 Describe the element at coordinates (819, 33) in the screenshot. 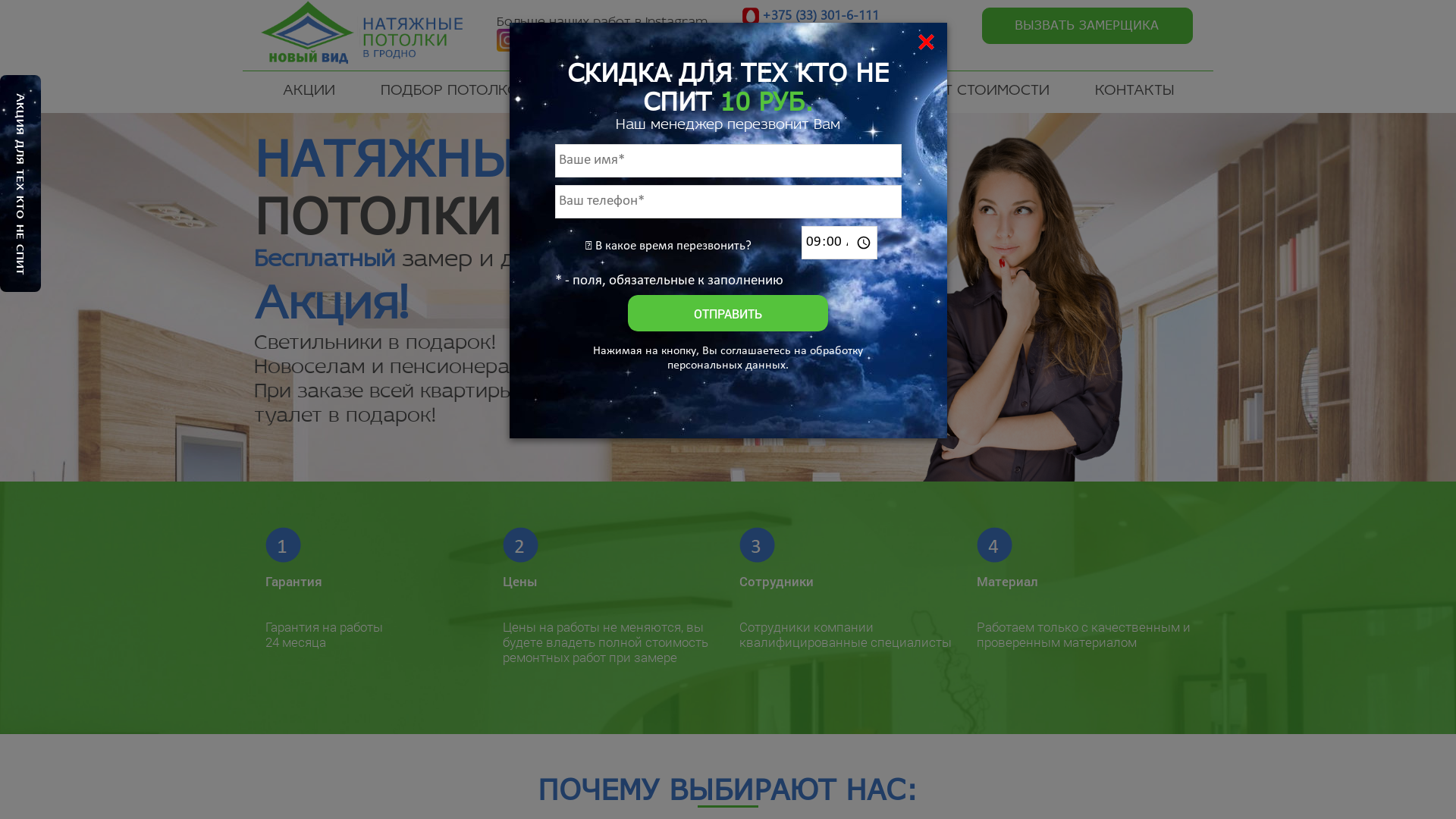

I see `'+375 (44) 7-907-111'` at that location.